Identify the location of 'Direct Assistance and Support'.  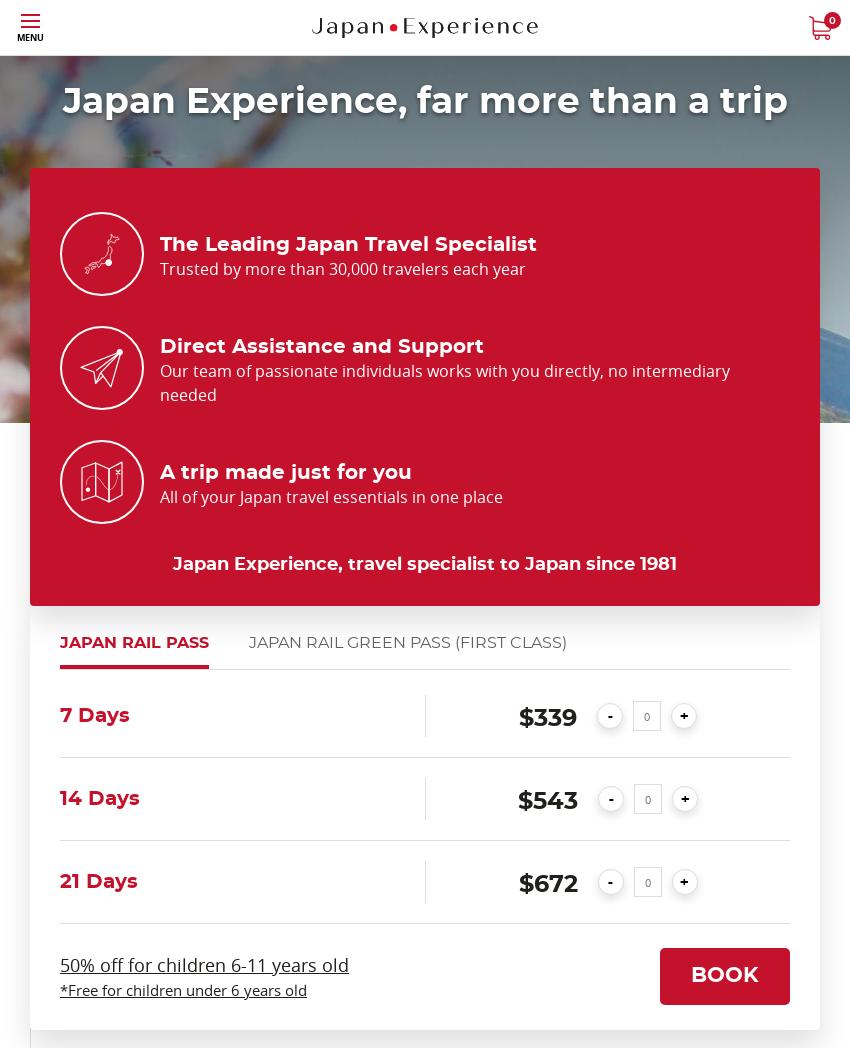
(321, 346).